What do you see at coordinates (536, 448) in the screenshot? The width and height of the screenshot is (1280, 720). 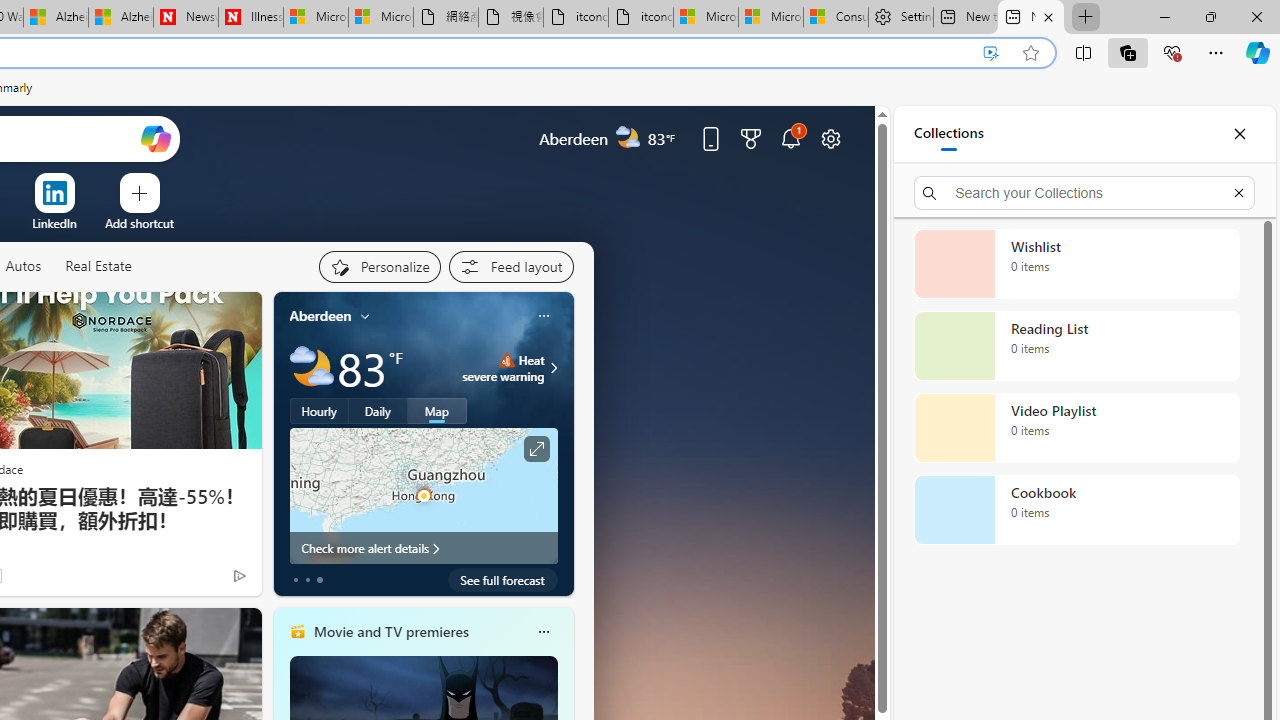 I see `'Click to see more information'` at bounding box center [536, 448].